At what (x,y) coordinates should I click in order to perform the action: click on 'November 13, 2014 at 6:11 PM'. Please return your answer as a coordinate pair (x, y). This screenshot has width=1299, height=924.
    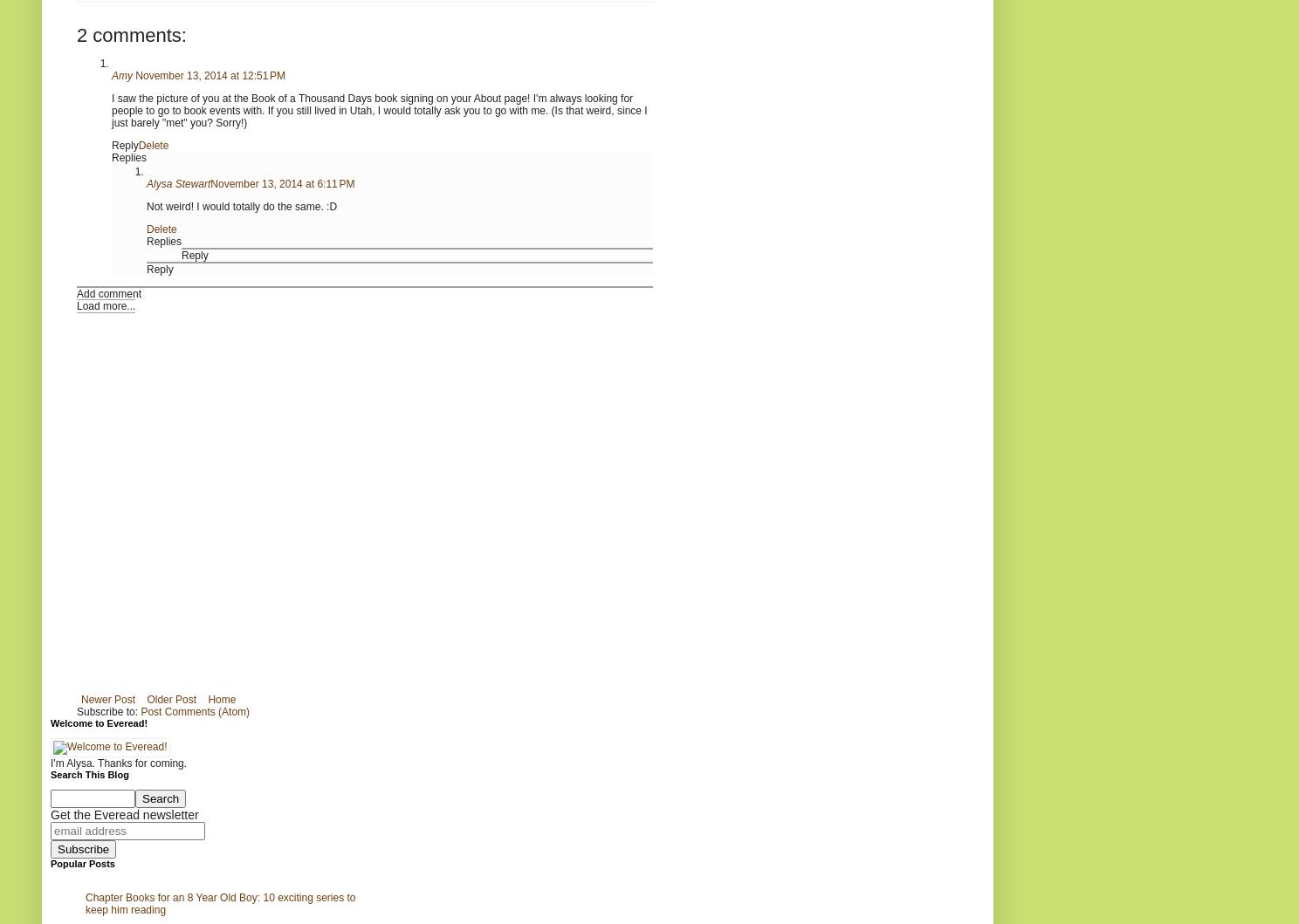
    Looking at the image, I should click on (210, 181).